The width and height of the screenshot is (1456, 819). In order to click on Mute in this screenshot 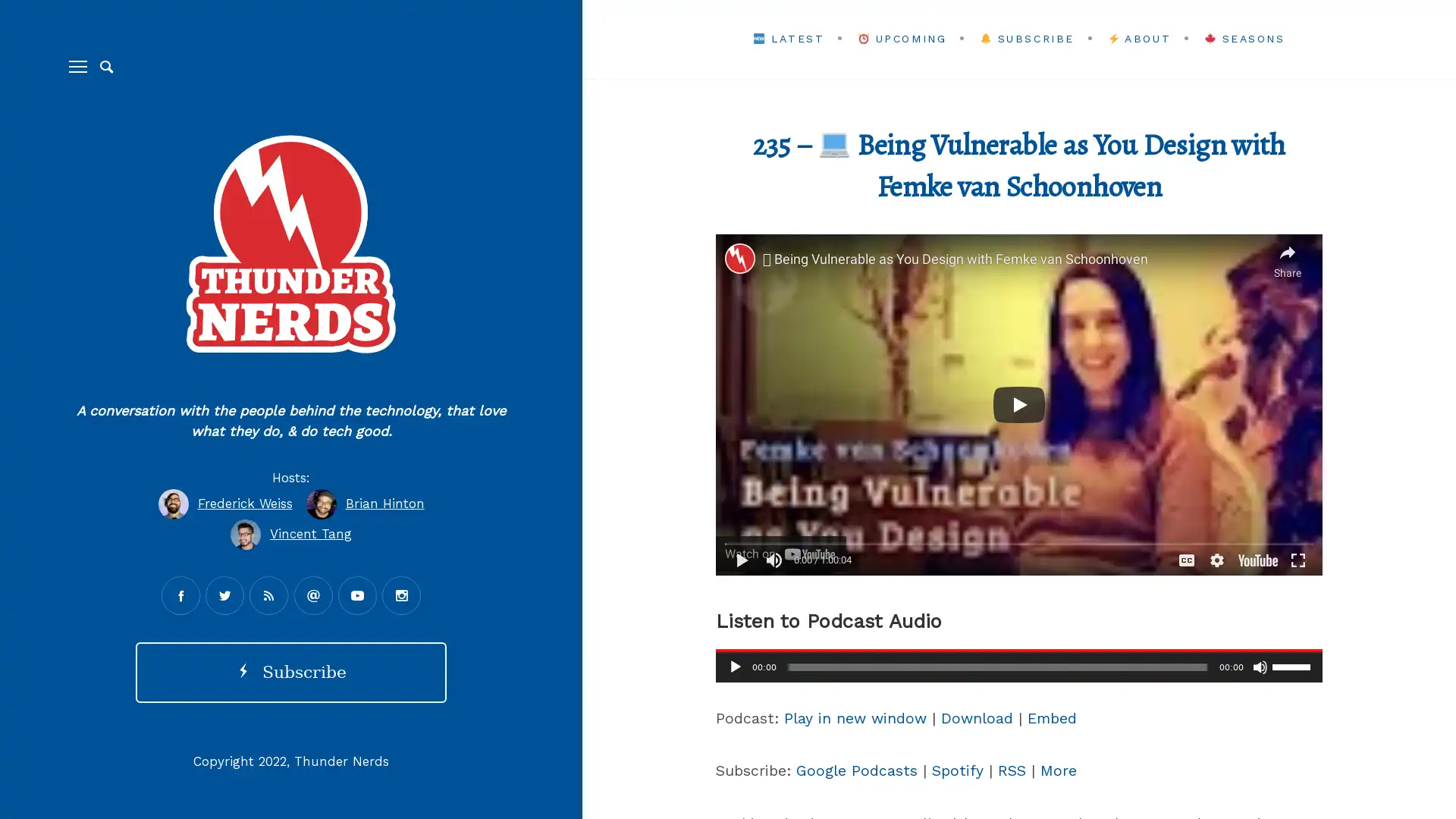, I will do `click(1260, 666)`.